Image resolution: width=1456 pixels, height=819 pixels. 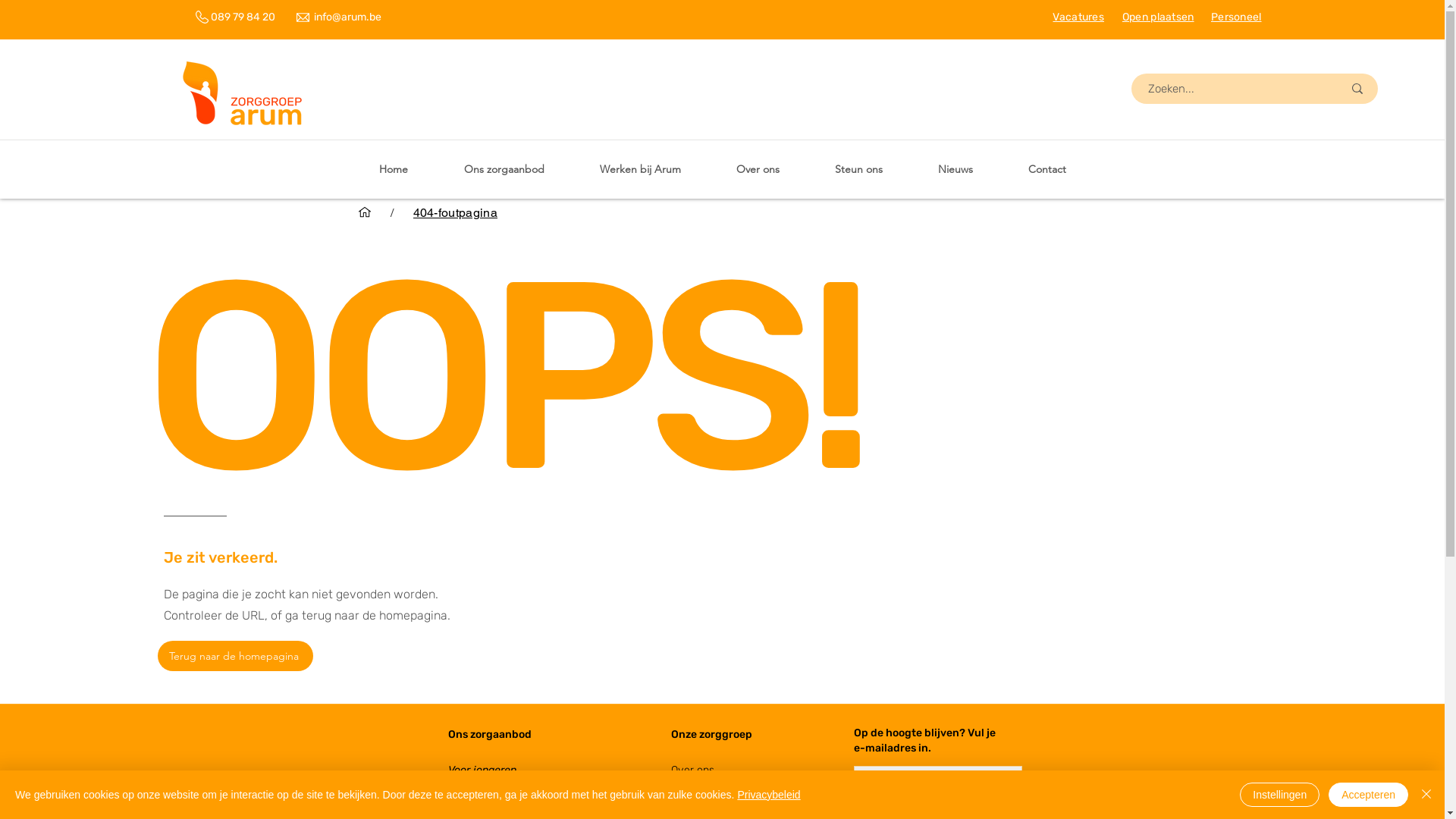 I want to click on 'Personeel', so click(x=1210, y=17).